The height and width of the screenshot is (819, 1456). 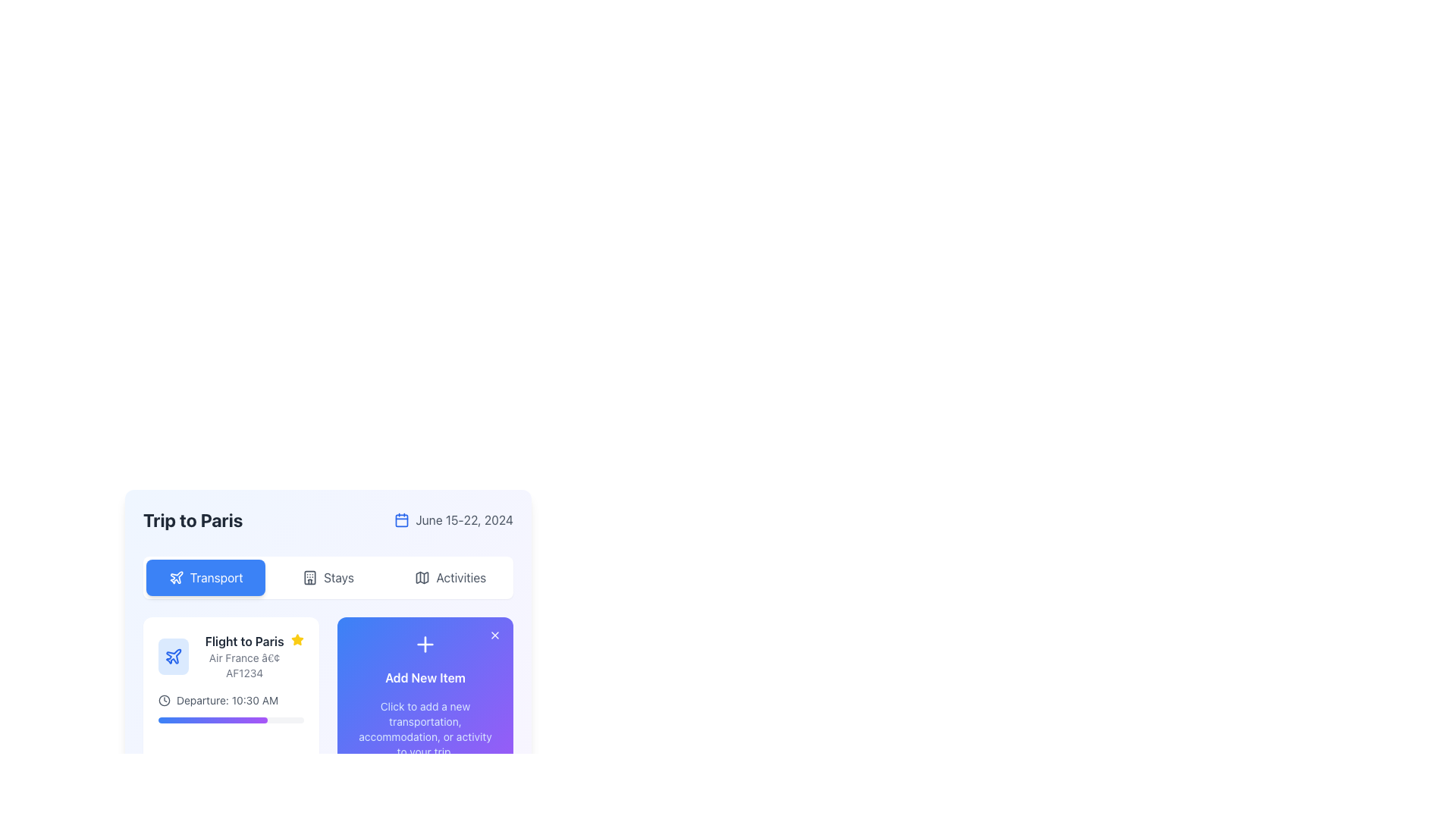 What do you see at coordinates (422, 578) in the screenshot?
I see `the largest central part of the map icon, which is a stylized folded paper design, to trigger tooltips or visual effects` at bounding box center [422, 578].